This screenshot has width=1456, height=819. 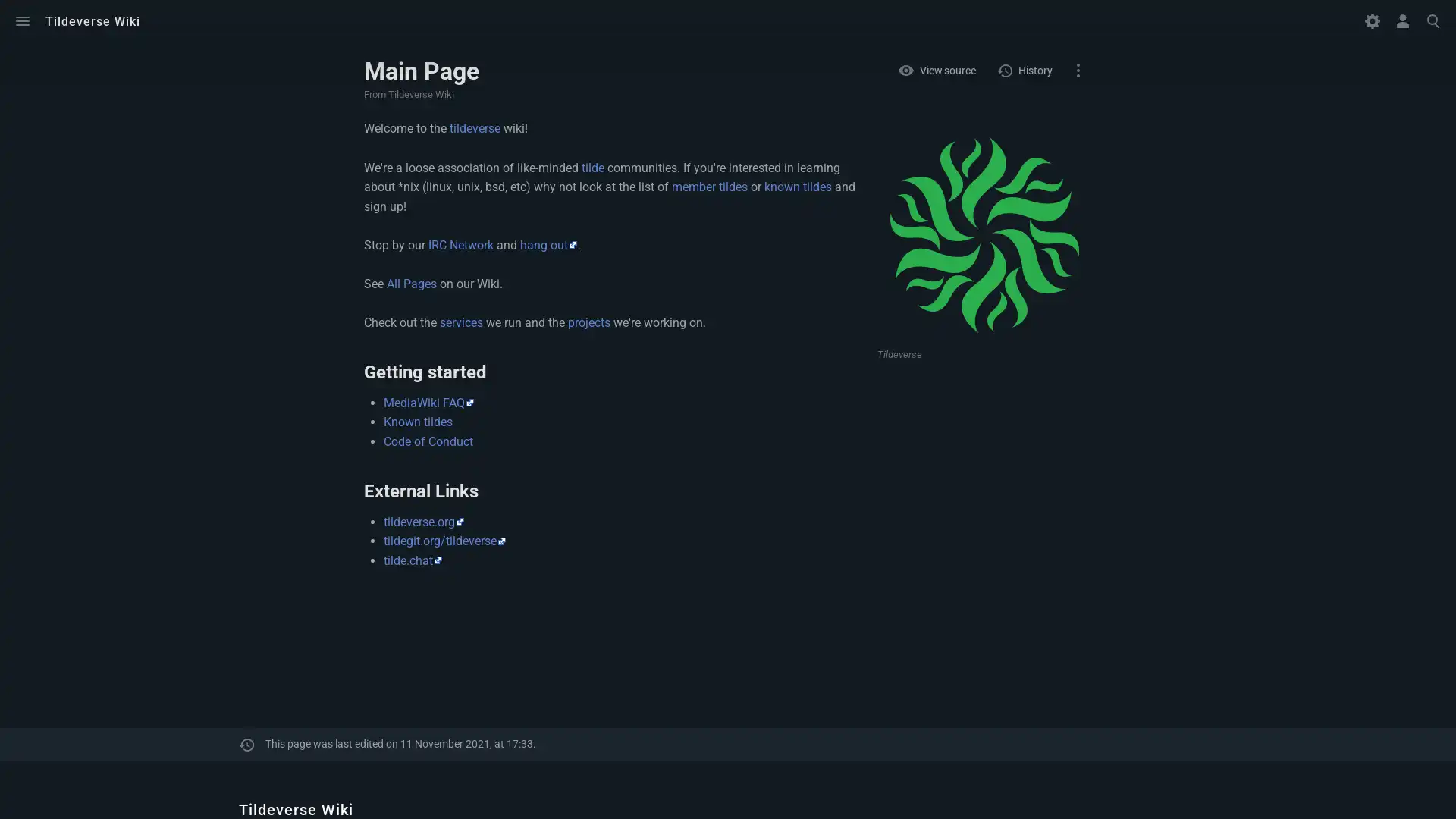 I want to click on Toggle menu, so click(x=22, y=20).